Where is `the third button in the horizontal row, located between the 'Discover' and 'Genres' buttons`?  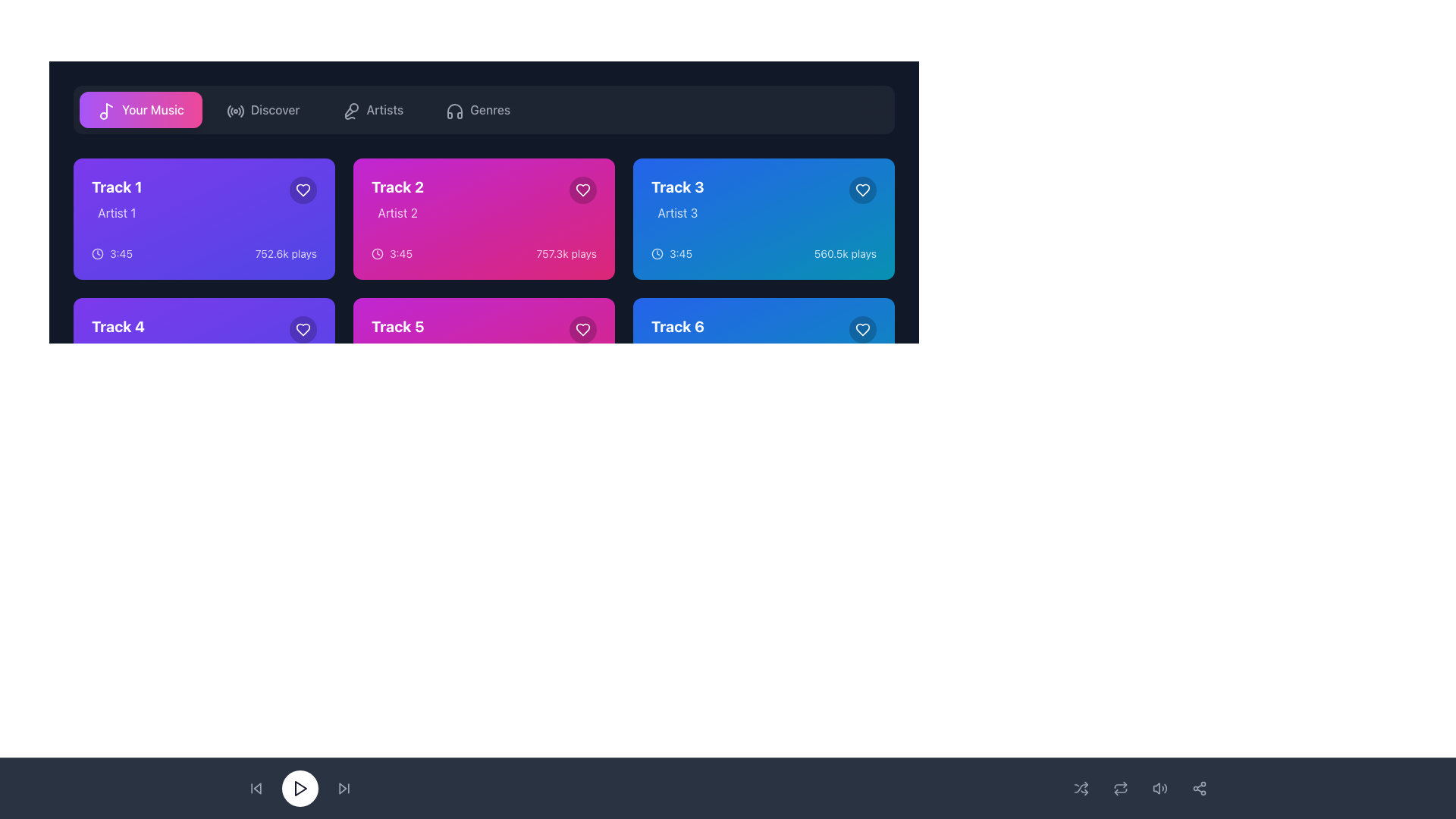 the third button in the horizontal row, located between the 'Discover' and 'Genres' buttons is located at coordinates (372, 109).